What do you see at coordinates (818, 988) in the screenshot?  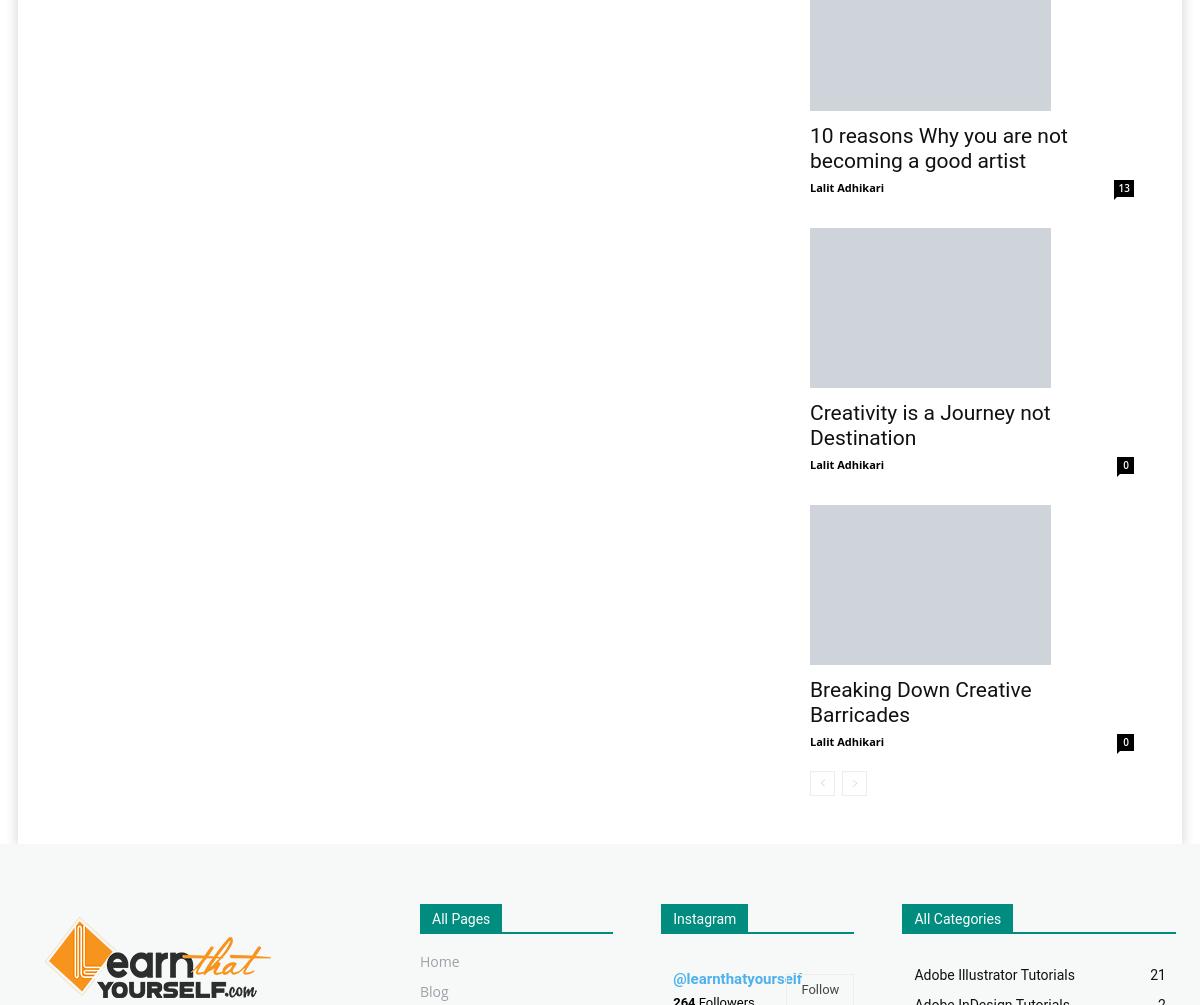 I see `'Follow'` at bounding box center [818, 988].